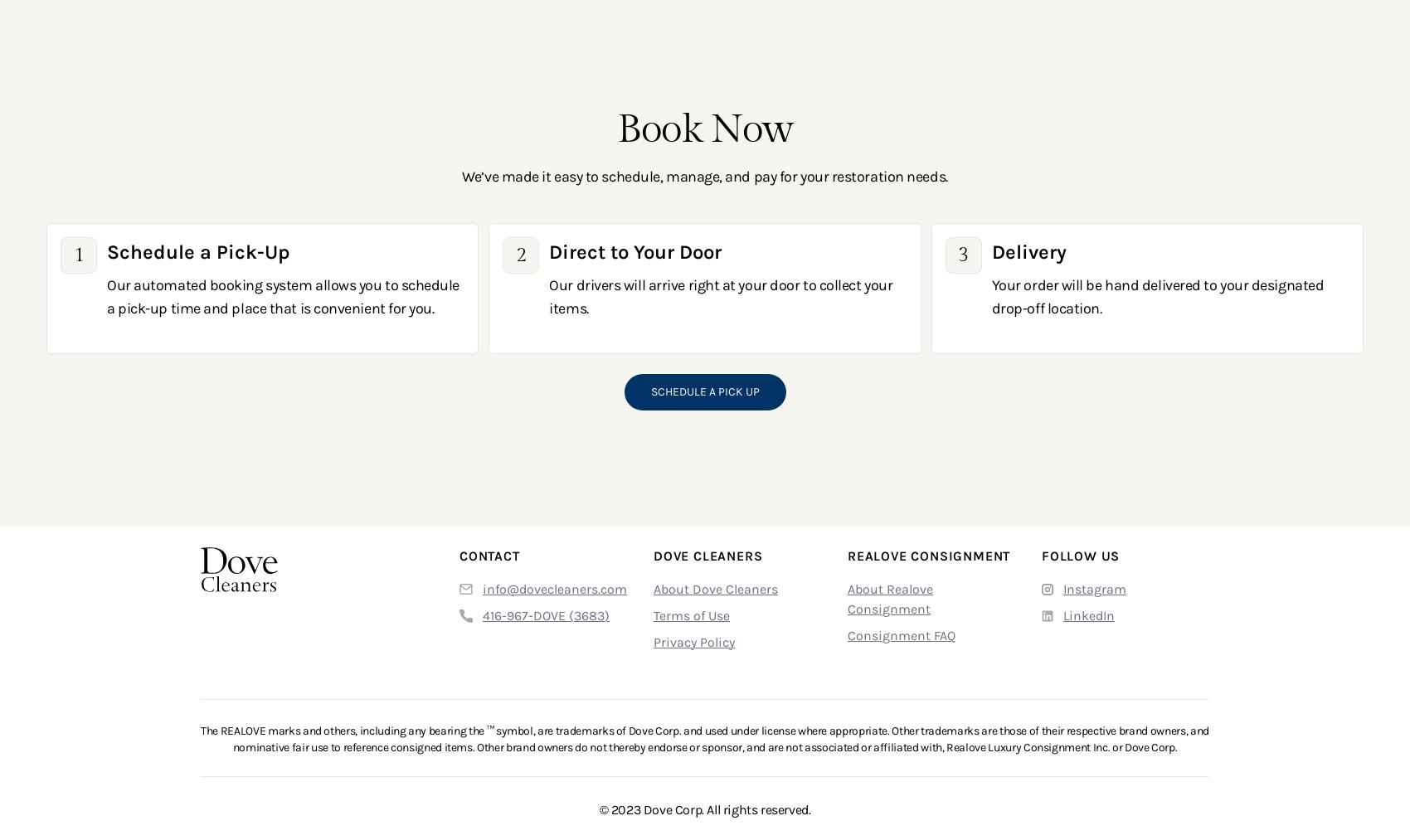 This screenshot has height=840, width=1410. What do you see at coordinates (703, 737) in the screenshot?
I see `'The REALOVE marks and others, including any bearing the ™️ symbol, are trademarks of Dove Corp. and used under license where appropriate. Other trademarks are those of their respective brand owners, and nominative fair use to reference consigned items. Other brand owners do not thereby endorse or sponsor, and are not associated or affiliated with, Realove Luxury Consignment Inc. or Dove Corp.'` at bounding box center [703, 737].